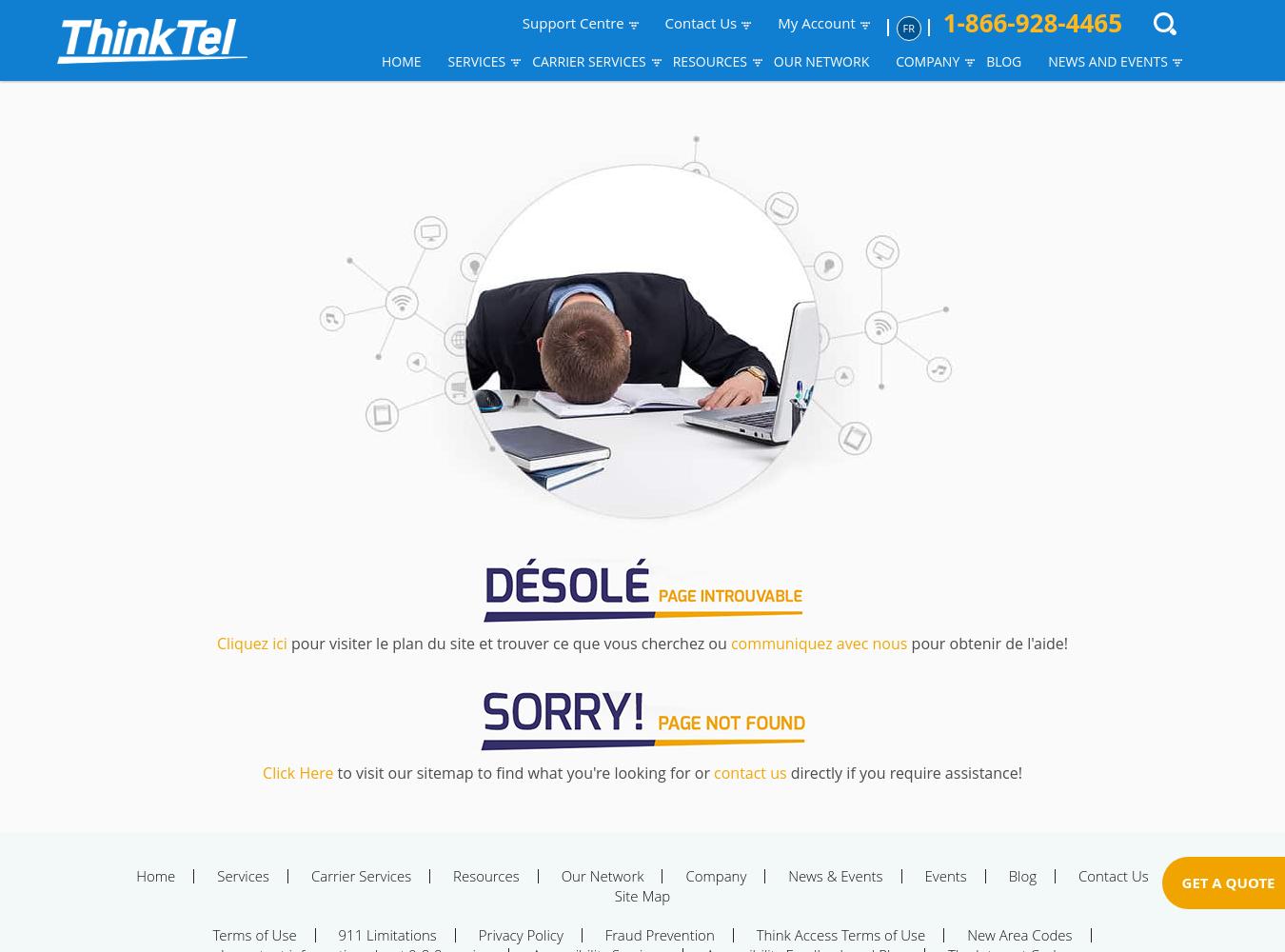  I want to click on 'Events', so click(944, 876).